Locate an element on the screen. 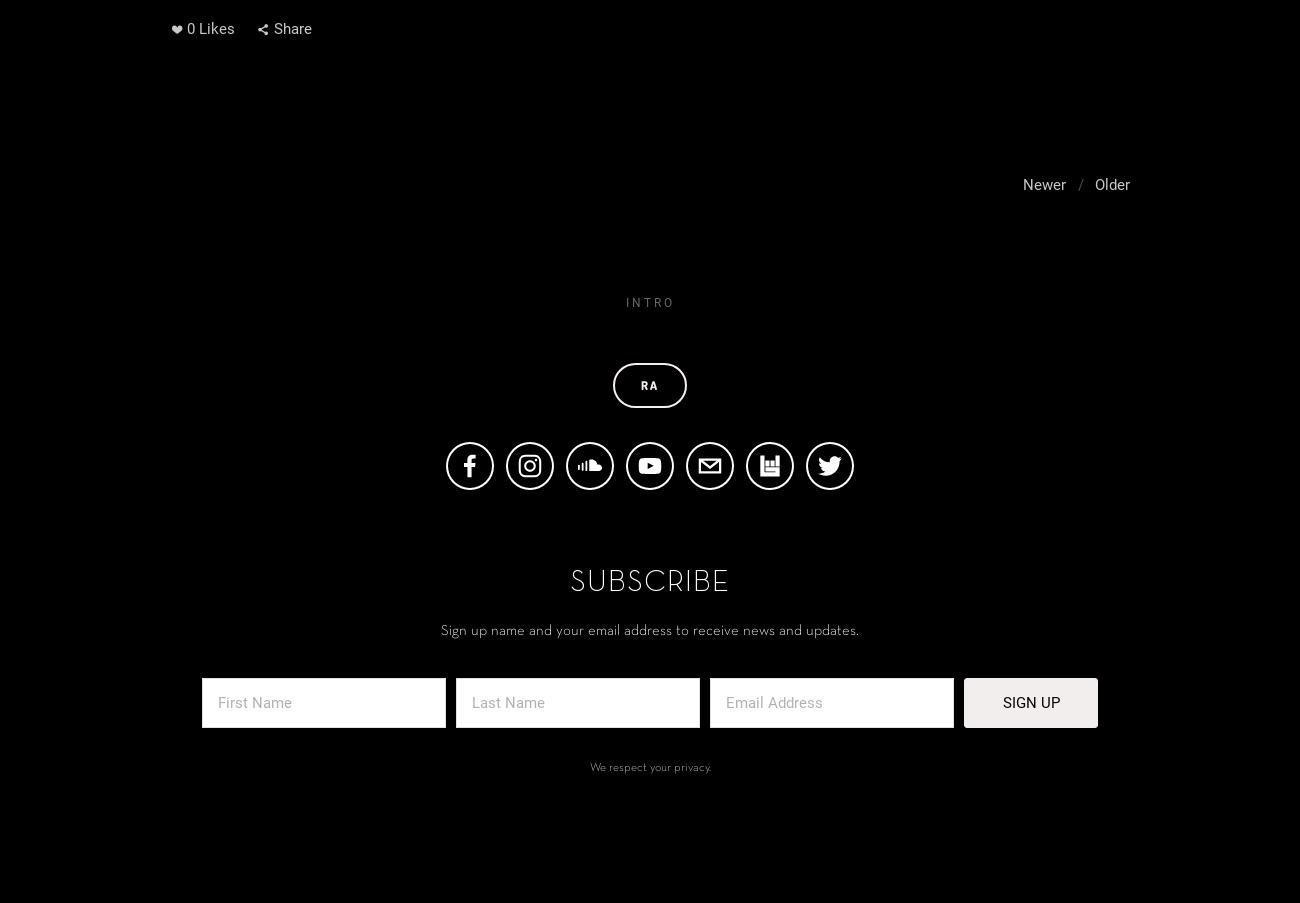  'Sign Up' is located at coordinates (1030, 700).